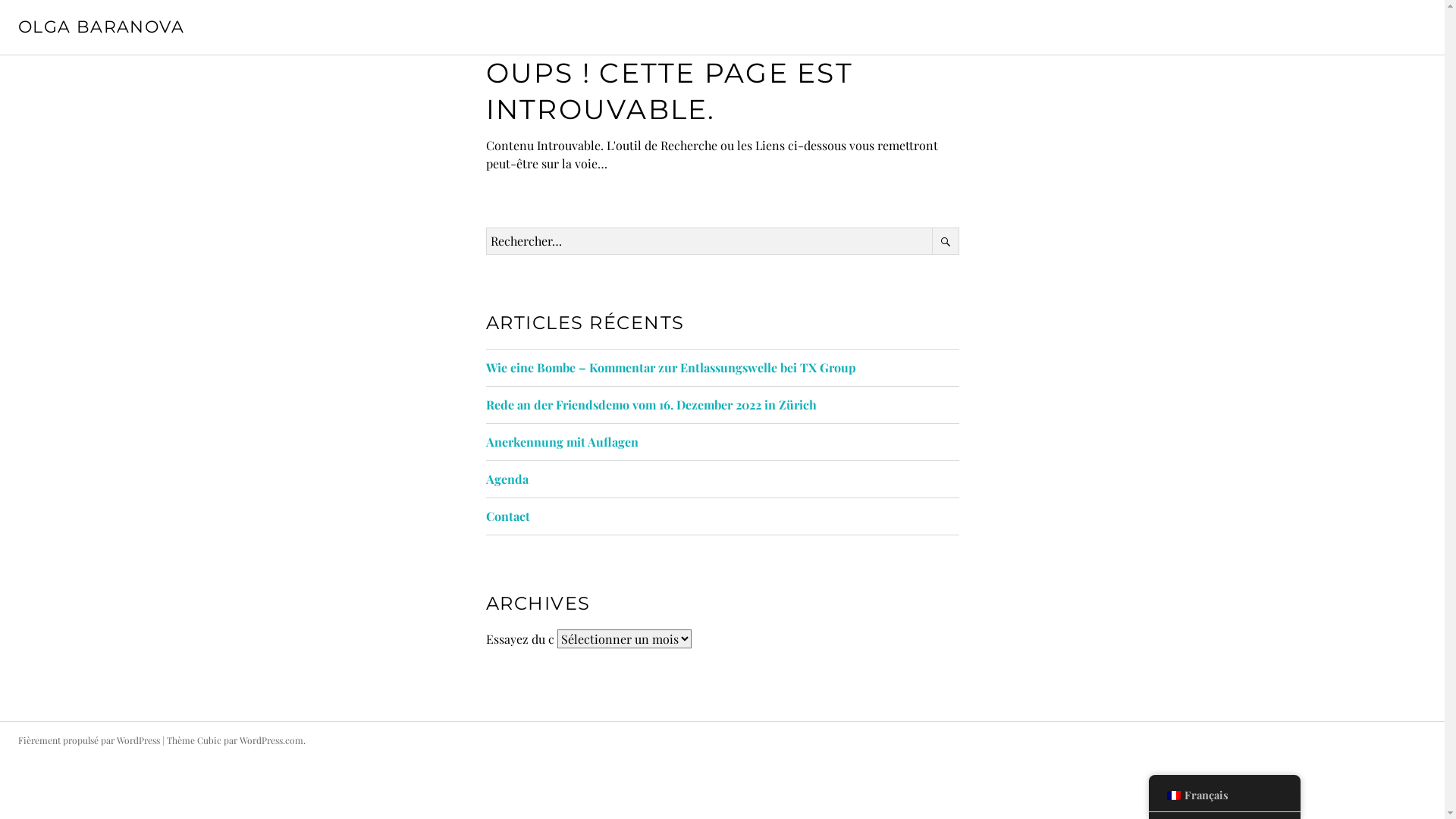 The image size is (1456, 819). What do you see at coordinates (944, 240) in the screenshot?
I see `'Rechercher'` at bounding box center [944, 240].